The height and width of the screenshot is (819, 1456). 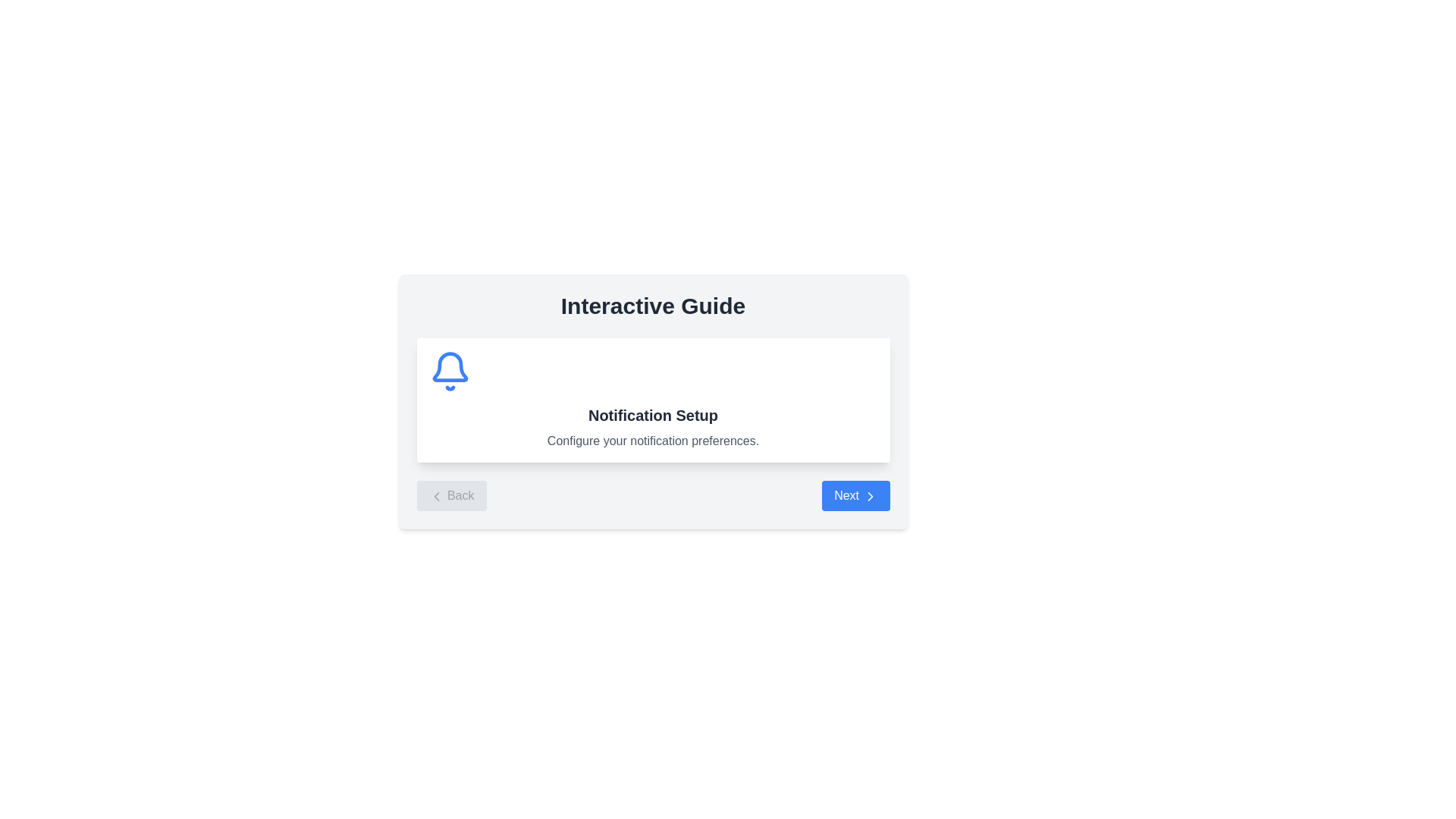 I want to click on title and description of the Information Card located centrally within the 'Interactive Guide' section, specifically the second item from the top, so click(x=653, y=400).